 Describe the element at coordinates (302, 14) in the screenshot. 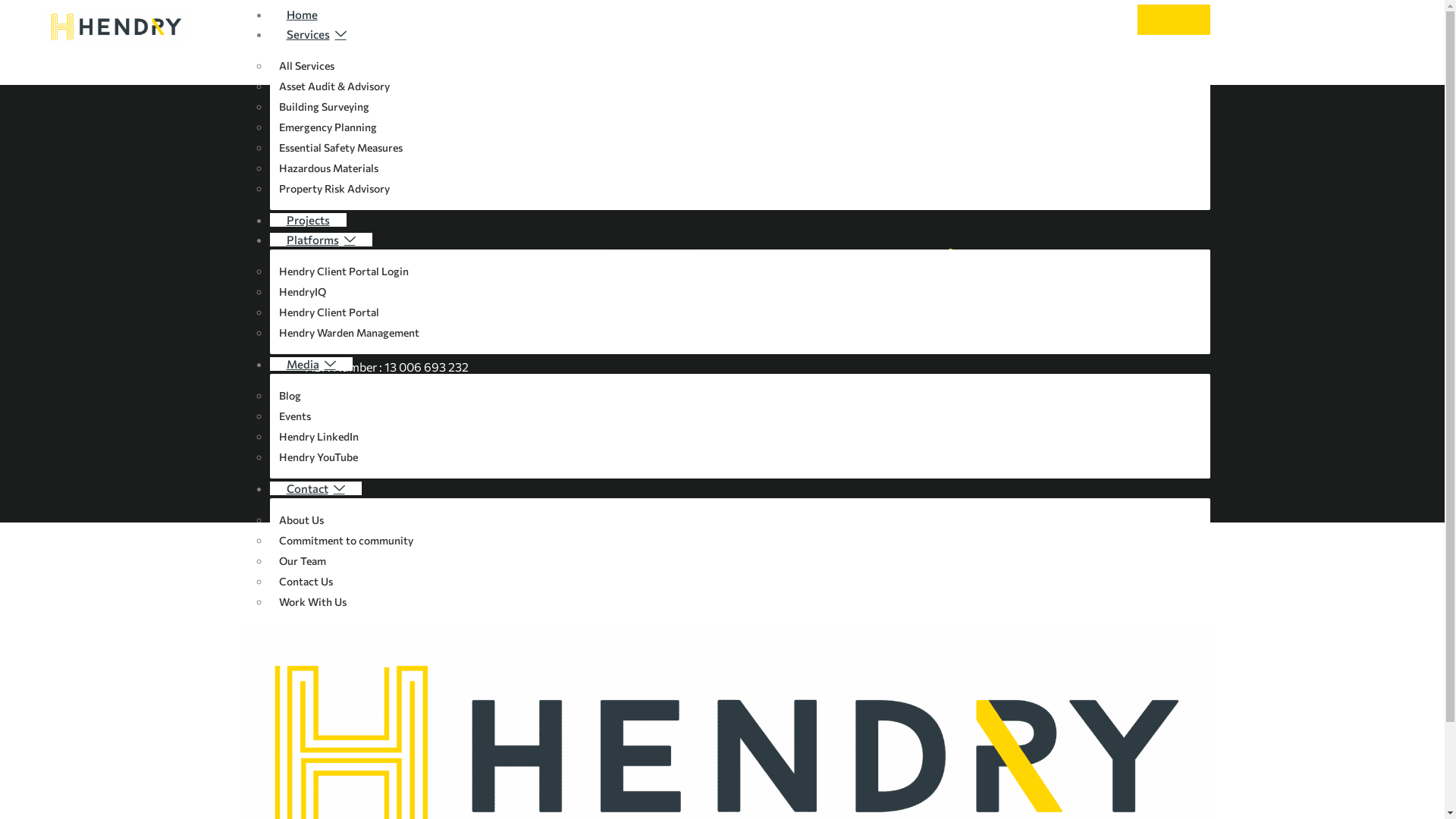

I see `'Home'` at that location.